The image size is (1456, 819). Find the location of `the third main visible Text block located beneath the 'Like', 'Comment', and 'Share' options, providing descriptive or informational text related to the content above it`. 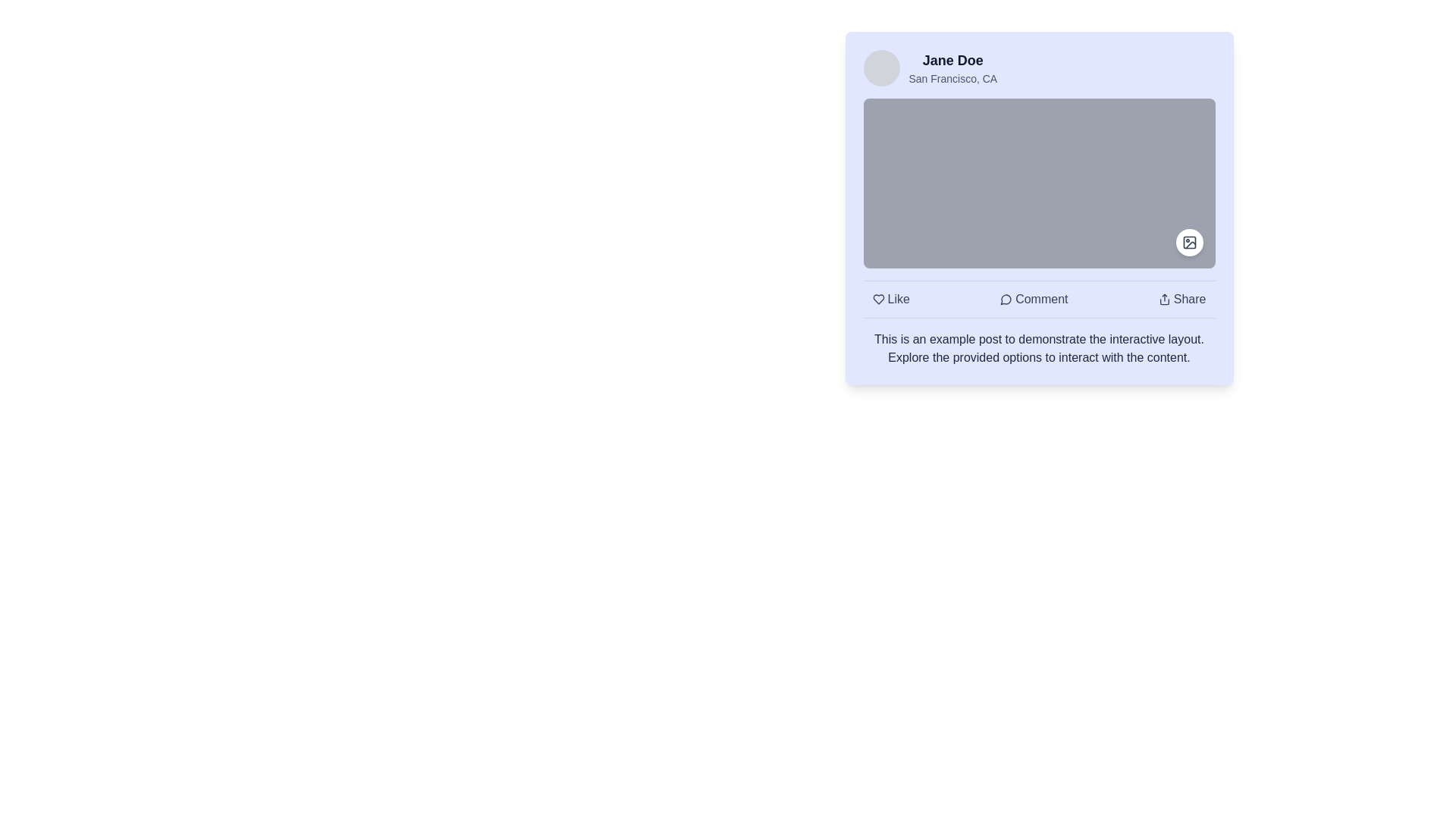

the third main visible Text block located beneath the 'Like', 'Comment', and 'Share' options, providing descriptive or informational text related to the content above it is located at coordinates (1038, 348).